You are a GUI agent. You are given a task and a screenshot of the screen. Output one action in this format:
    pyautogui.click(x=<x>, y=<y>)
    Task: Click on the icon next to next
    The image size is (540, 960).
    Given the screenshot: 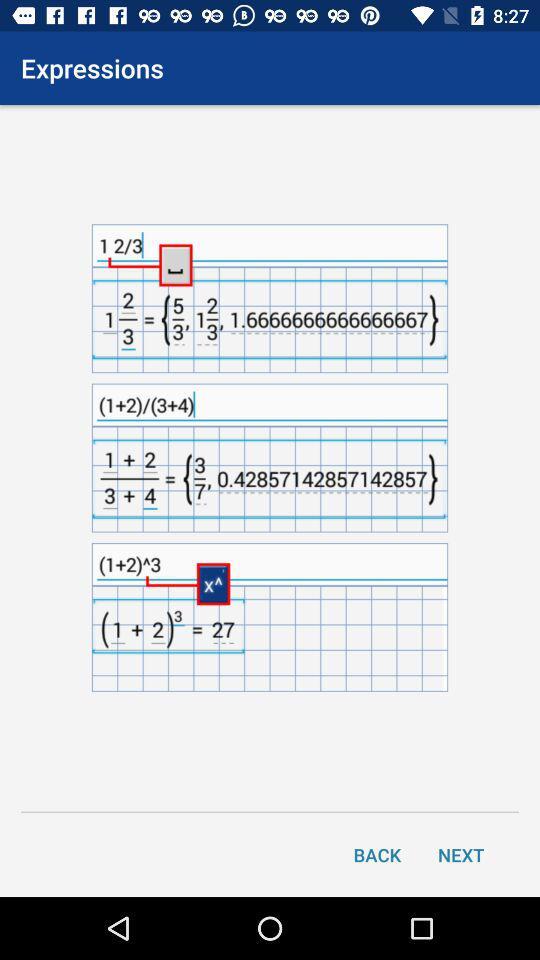 What is the action you would take?
    pyautogui.click(x=377, y=853)
    